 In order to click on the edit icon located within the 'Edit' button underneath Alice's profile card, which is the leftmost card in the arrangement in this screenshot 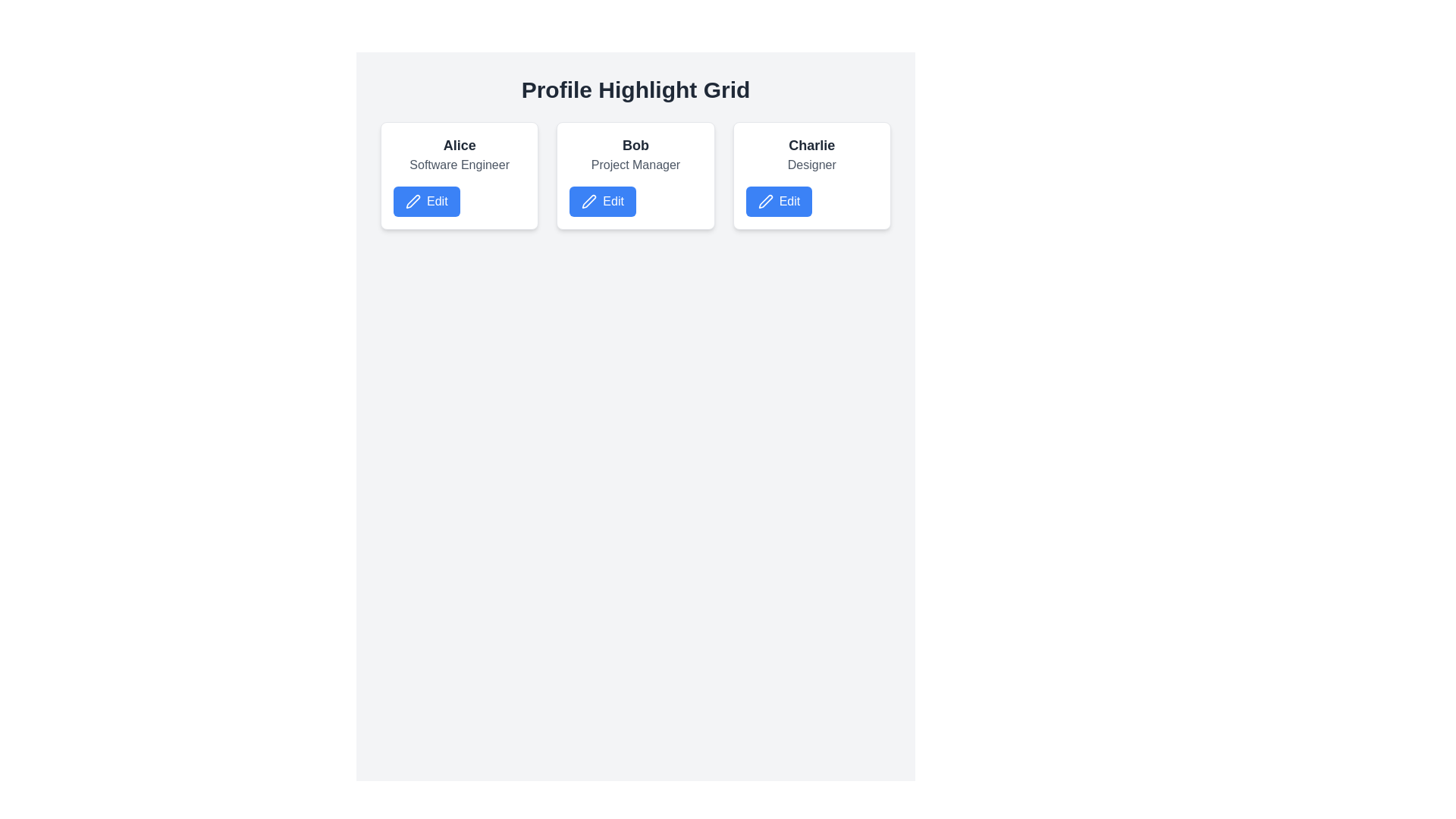, I will do `click(413, 201)`.